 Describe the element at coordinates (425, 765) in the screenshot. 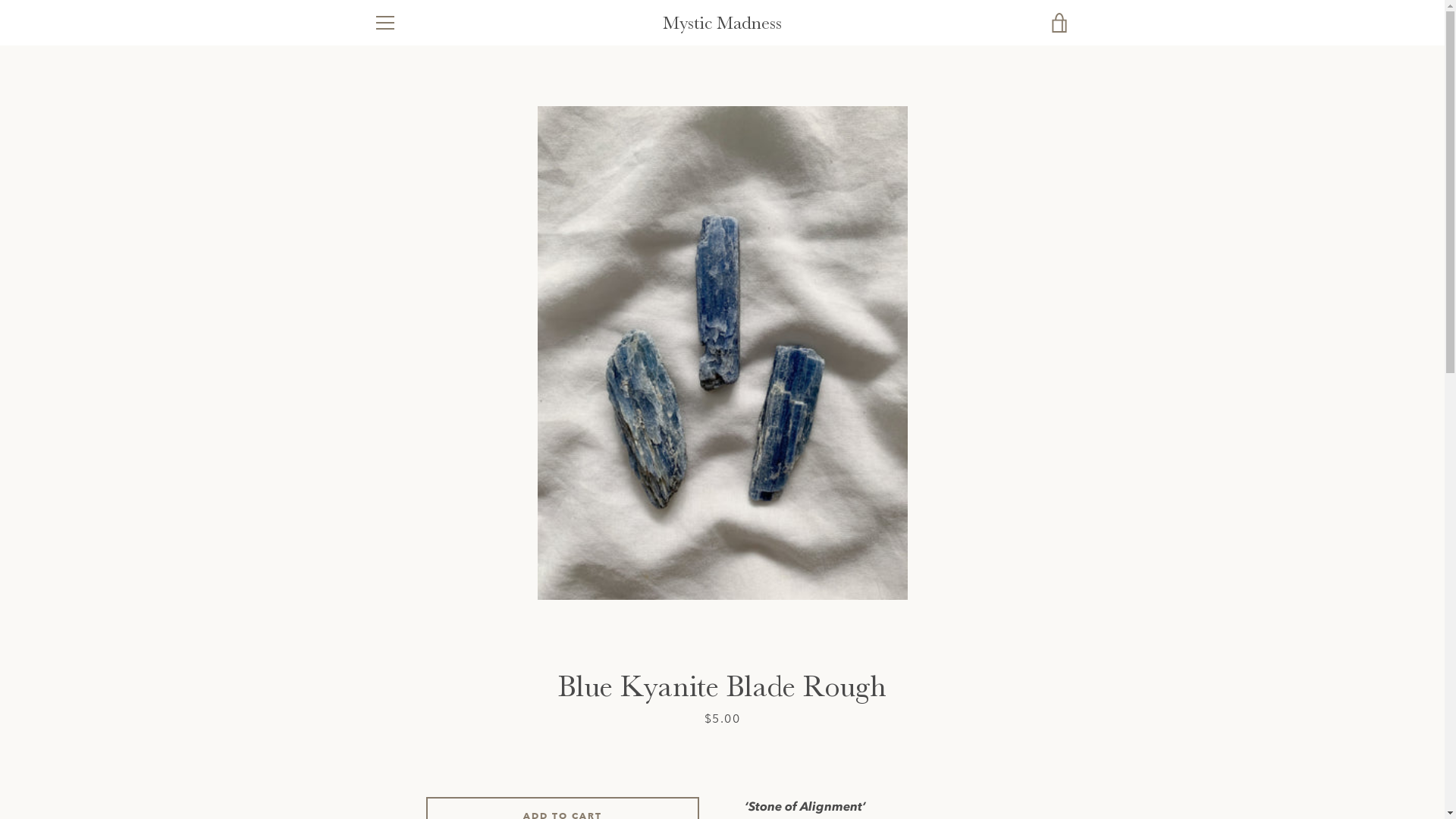

I see `'Instagram'` at that location.